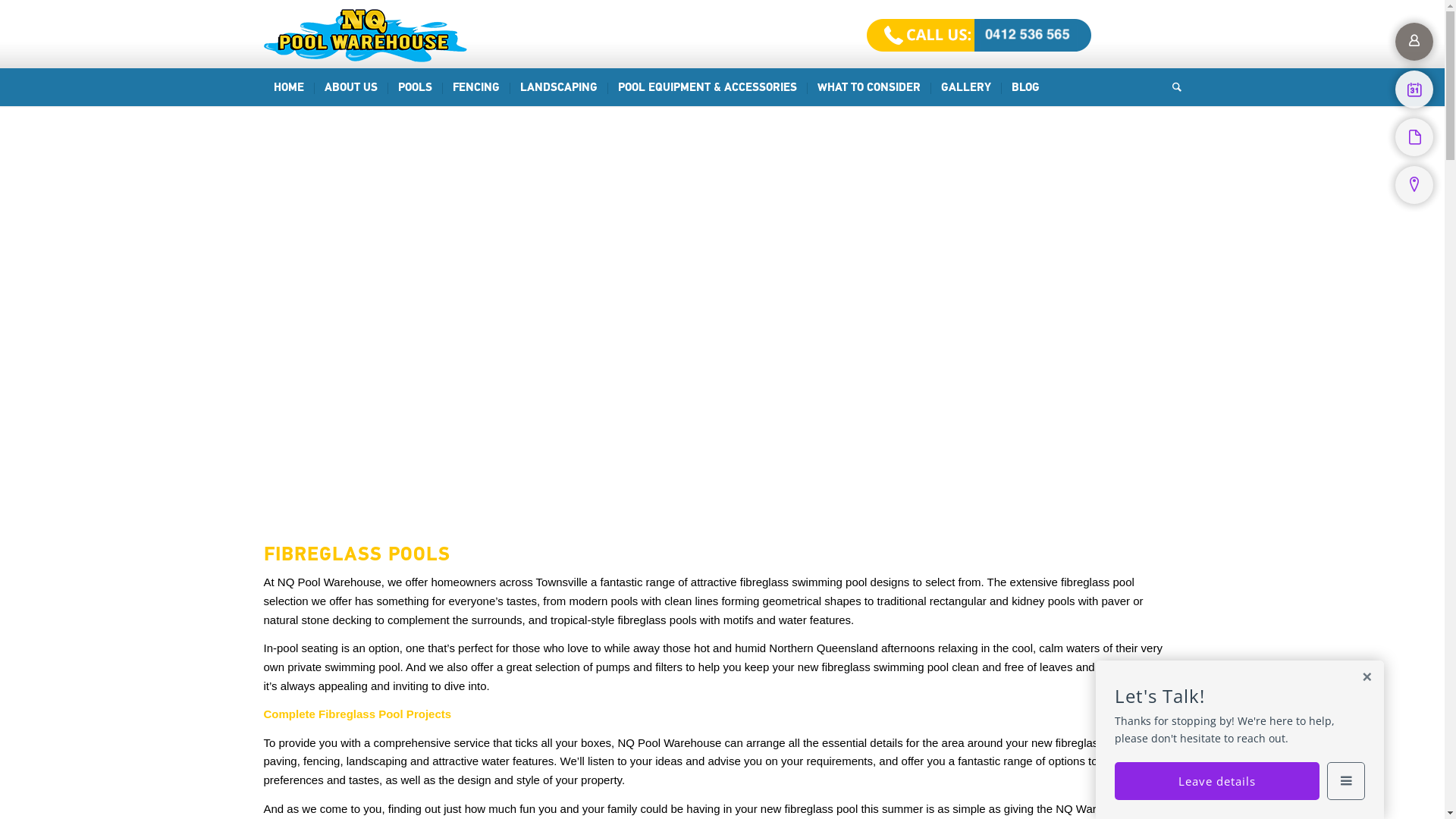  What do you see at coordinates (964, 87) in the screenshot?
I see `'GALLERY'` at bounding box center [964, 87].